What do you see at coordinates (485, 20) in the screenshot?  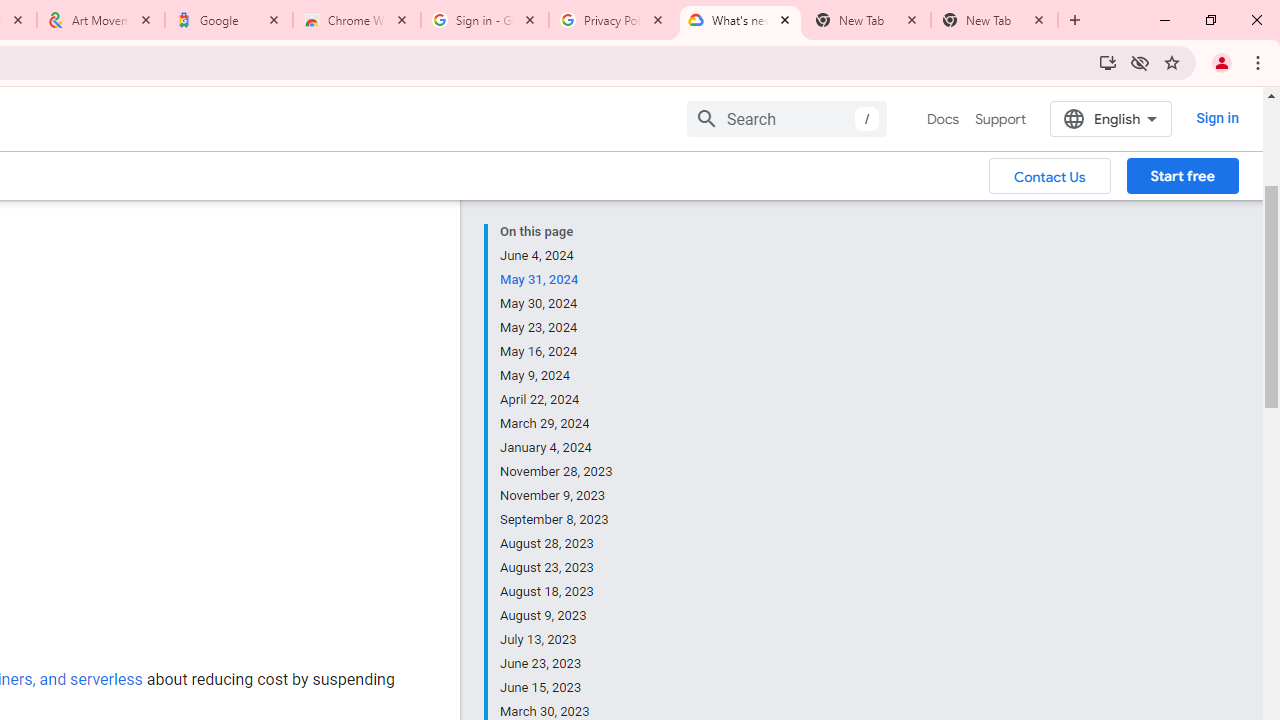 I see `'Sign in - Google Accounts'` at bounding box center [485, 20].